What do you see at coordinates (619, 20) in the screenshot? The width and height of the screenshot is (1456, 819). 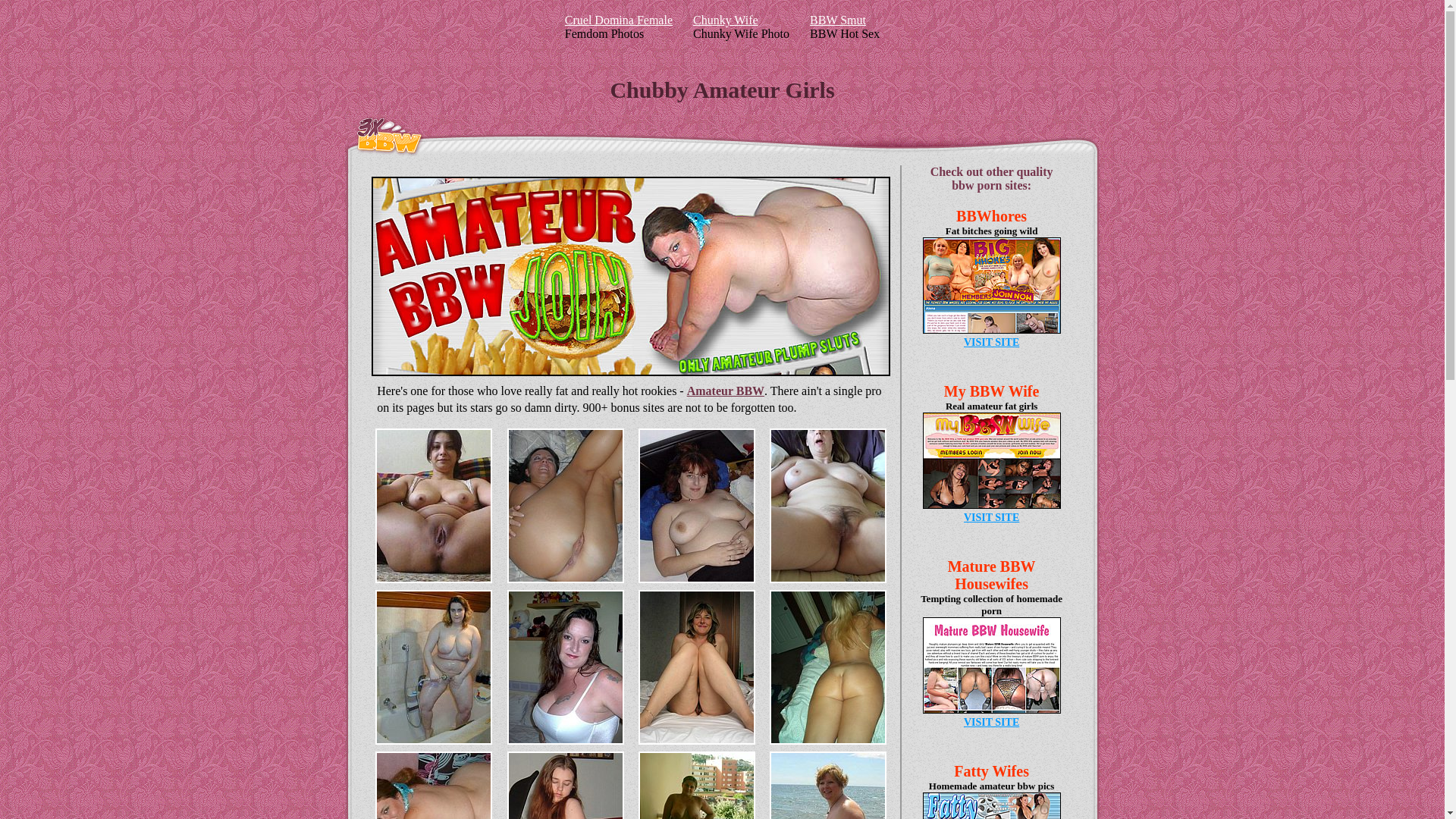 I see `'Cruel Domina Female'` at bounding box center [619, 20].